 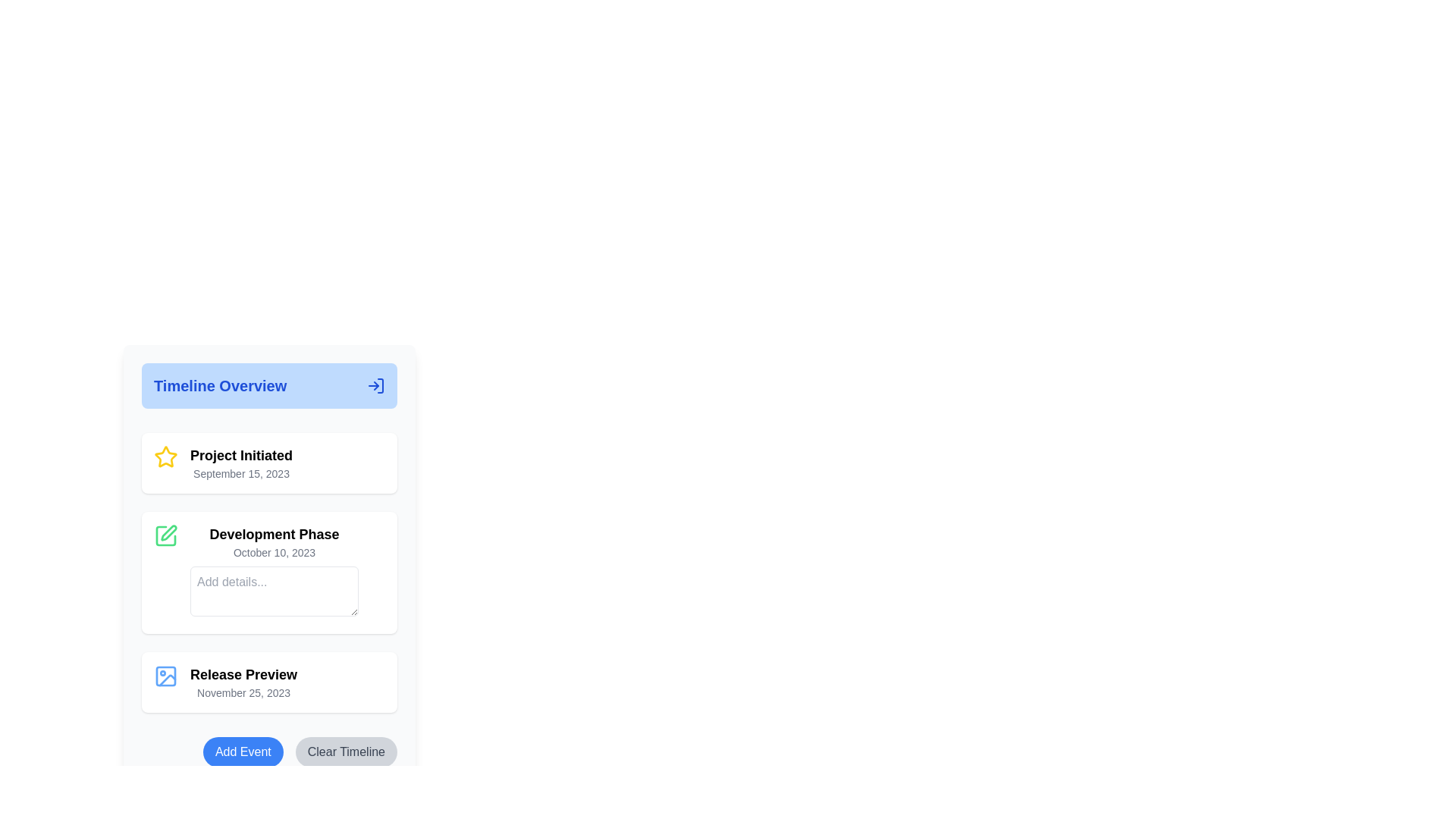 I want to click on the 'Development Phase' entry in the timeline, so click(x=269, y=573).